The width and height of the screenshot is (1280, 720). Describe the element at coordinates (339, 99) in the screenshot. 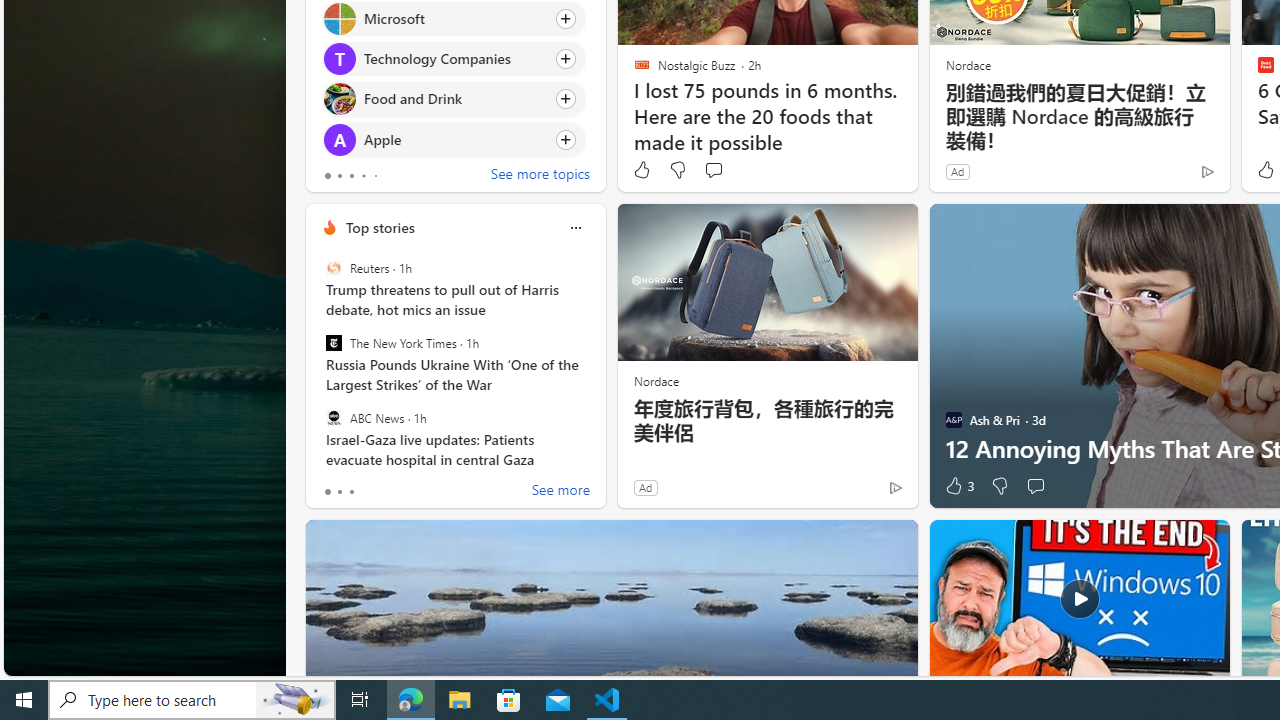

I see `'Food and Drink'` at that location.